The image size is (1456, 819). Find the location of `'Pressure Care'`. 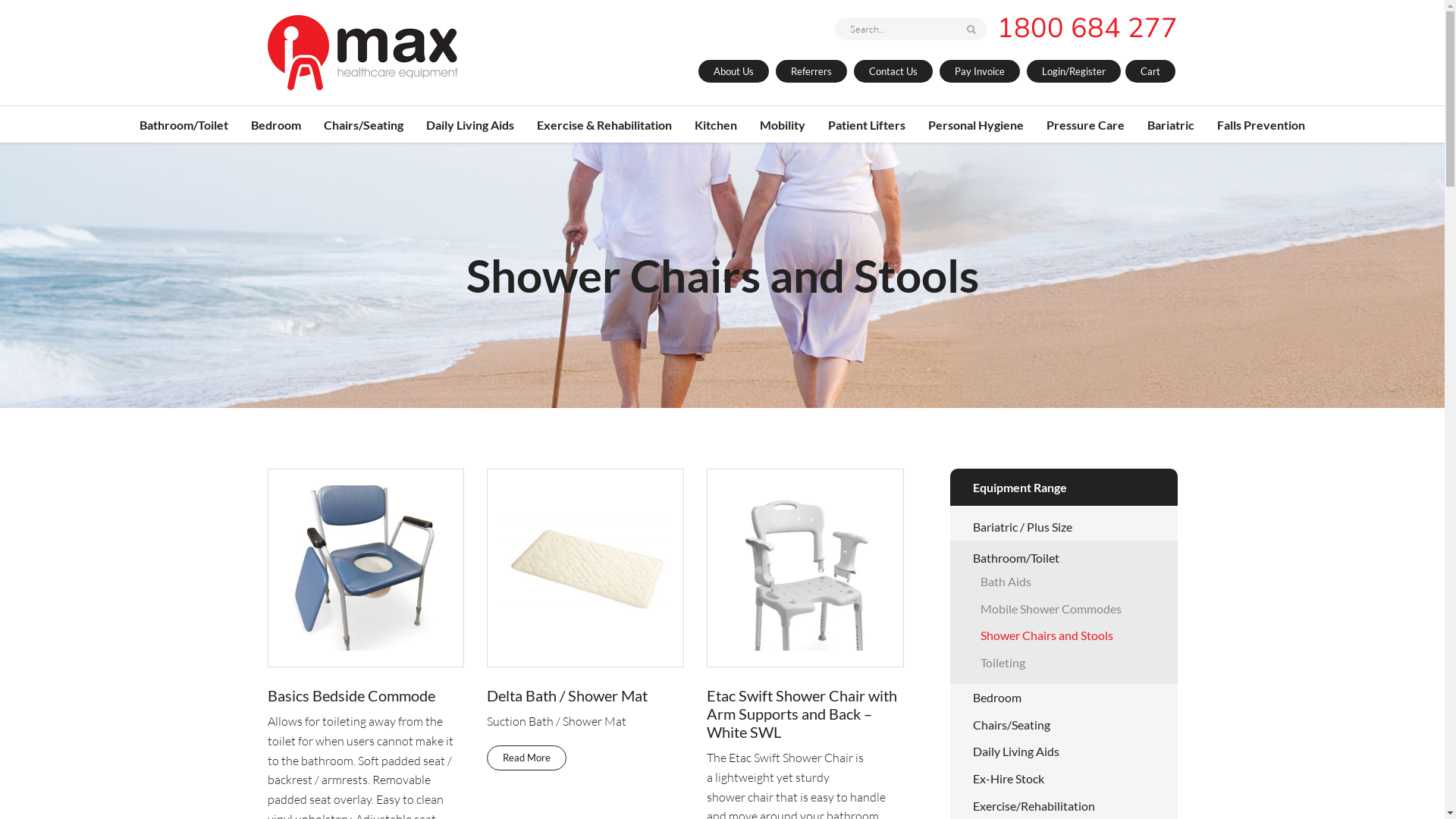

'Pressure Care' is located at coordinates (1084, 124).